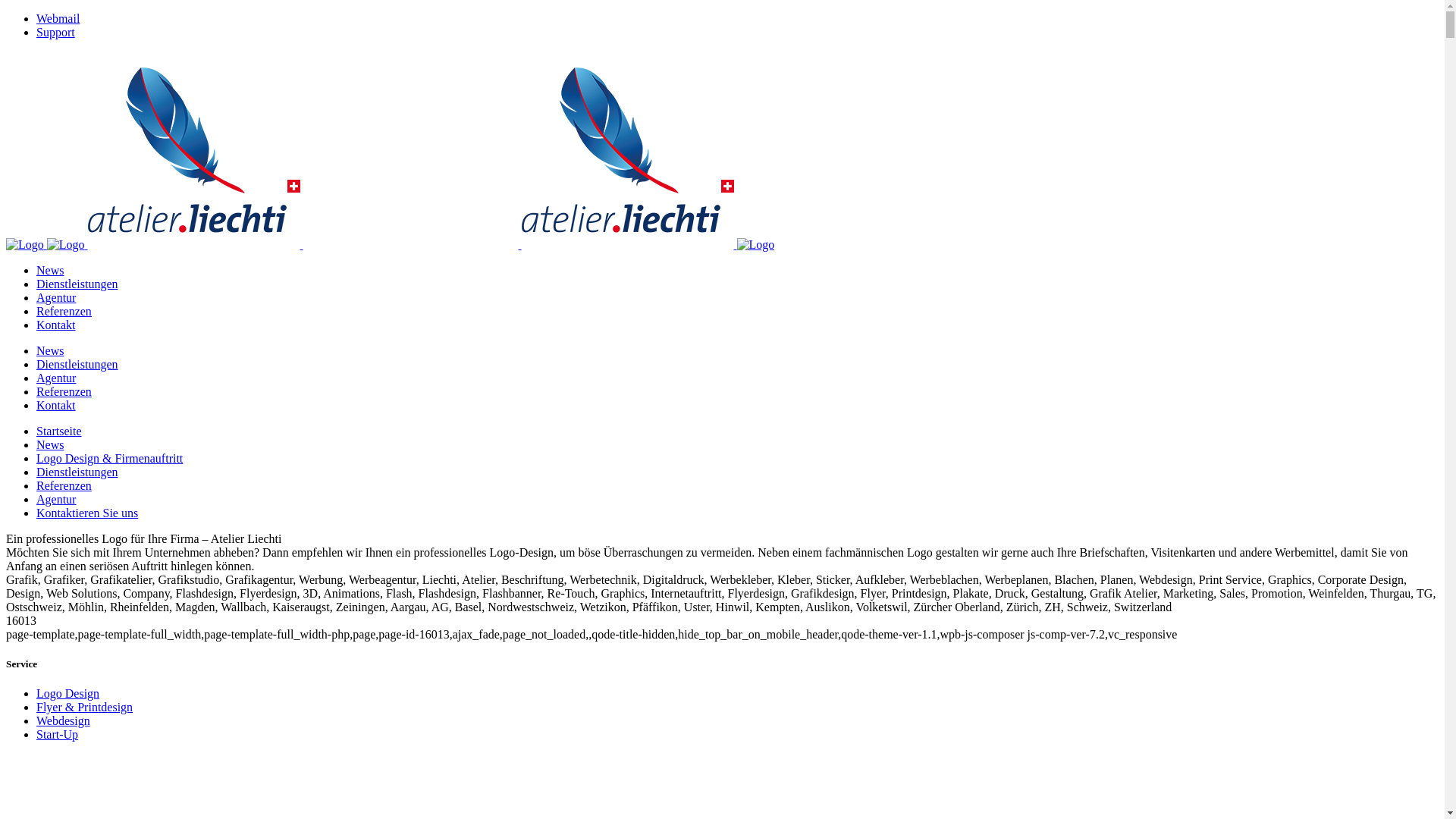  Describe the element at coordinates (36, 431) in the screenshot. I see `'Startseite'` at that location.